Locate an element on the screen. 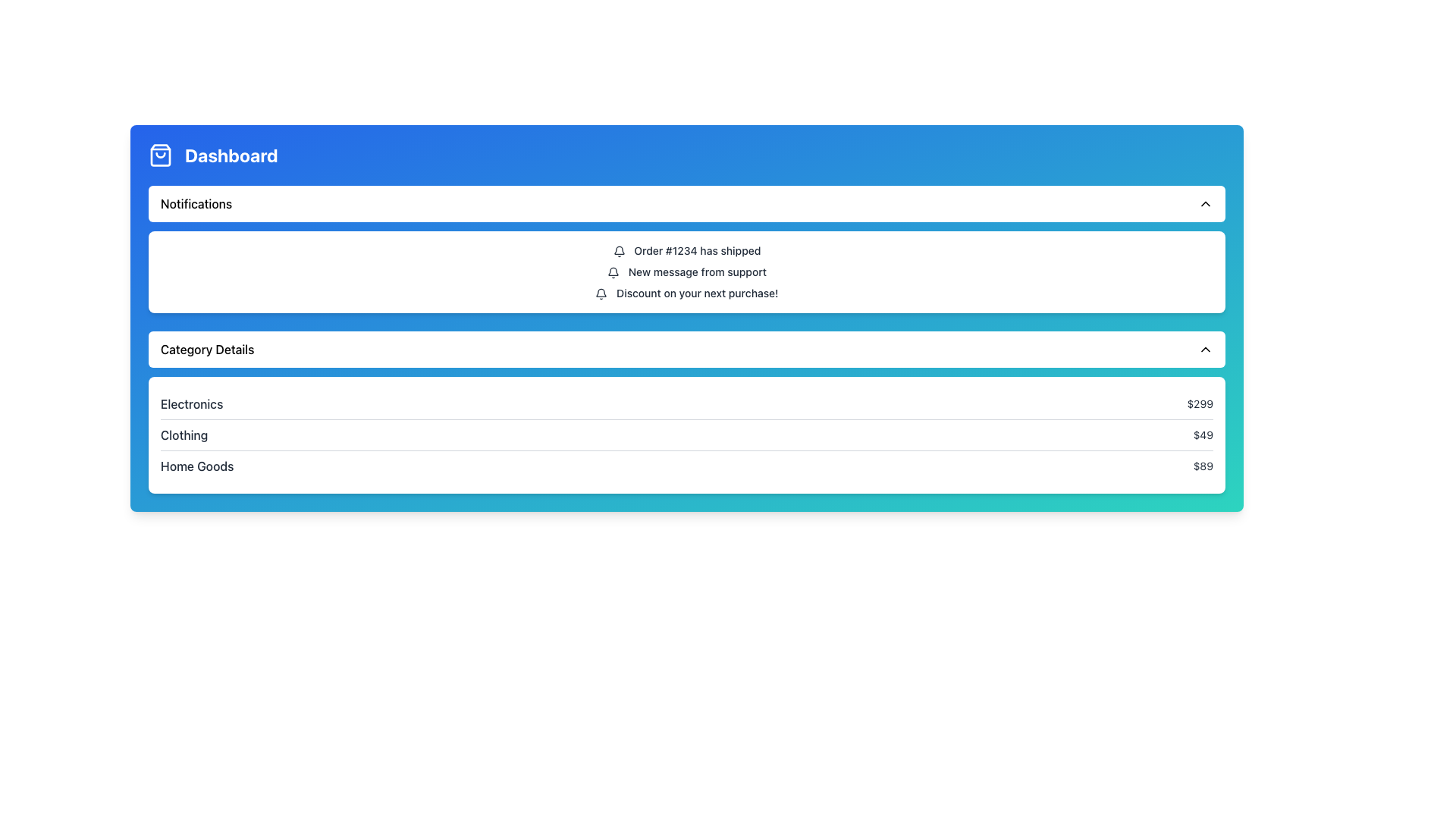  the promotional offer notification text located in the upper half of the interface under the 'Notifications' header is located at coordinates (686, 293).